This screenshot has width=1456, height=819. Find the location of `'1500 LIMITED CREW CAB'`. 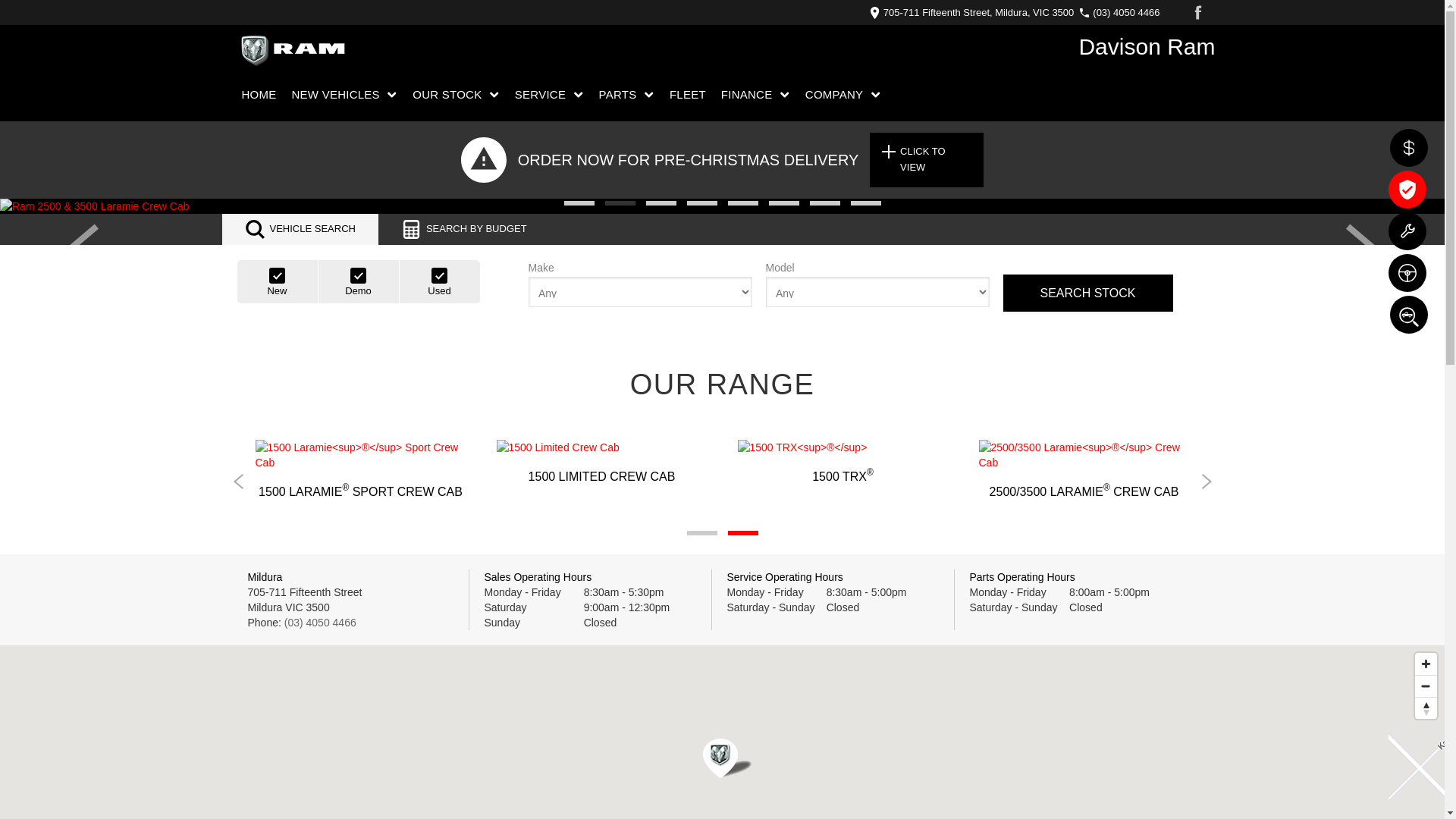

'1500 LIMITED CREW CAB' is located at coordinates (600, 461).